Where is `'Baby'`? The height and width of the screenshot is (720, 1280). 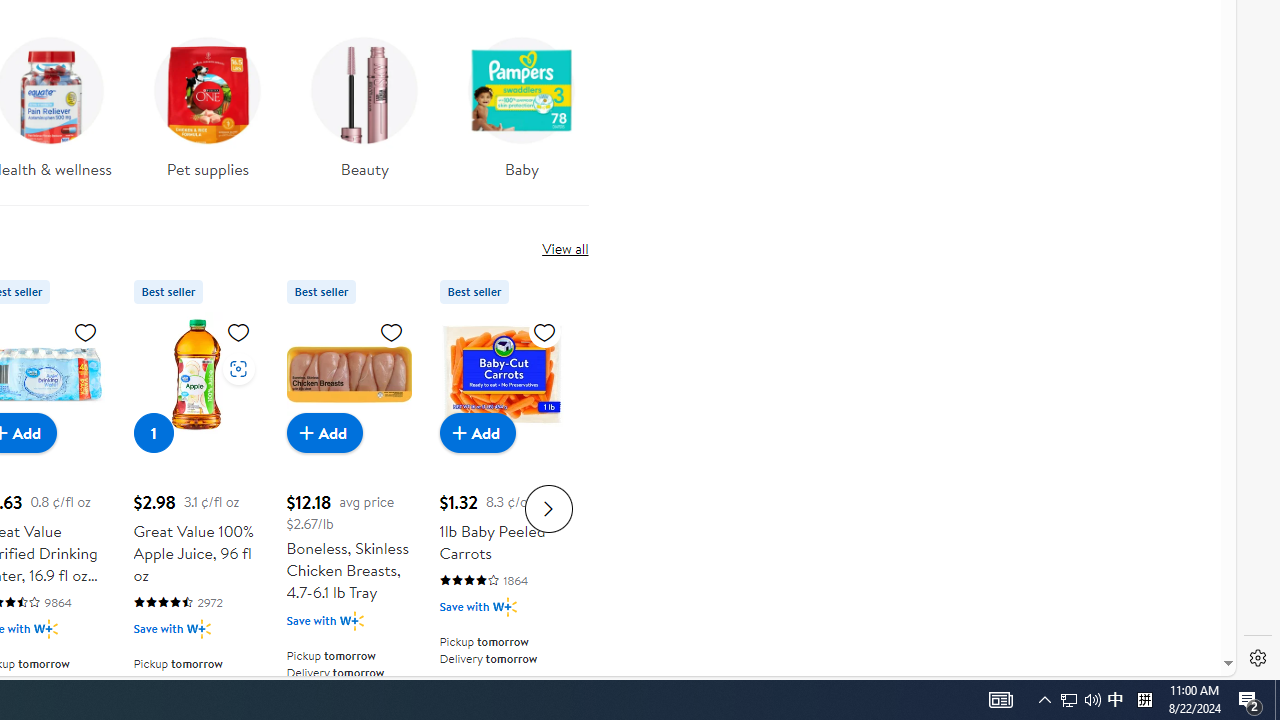
'Baby' is located at coordinates (521, 101).